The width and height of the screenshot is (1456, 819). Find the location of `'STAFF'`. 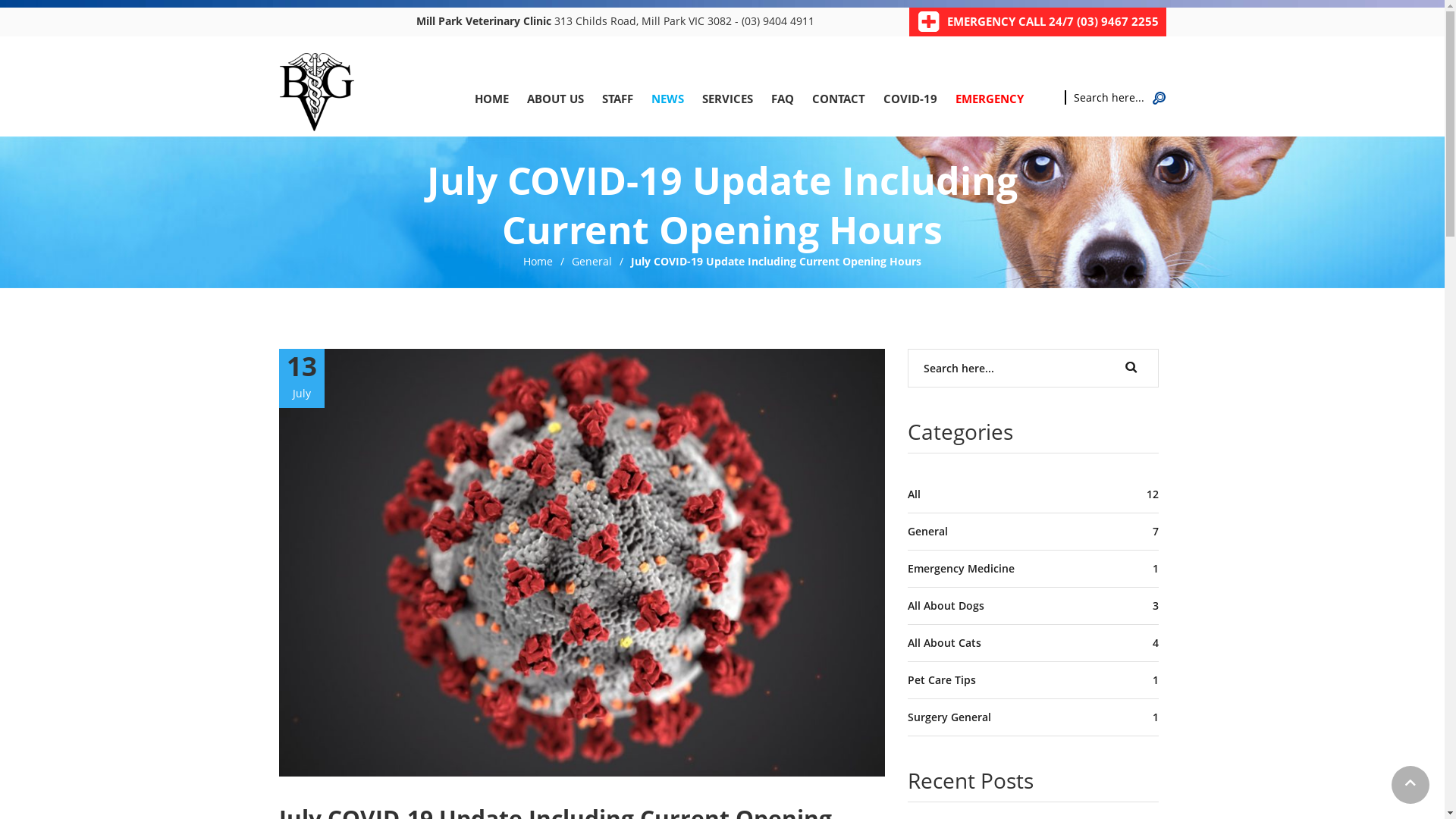

'STAFF' is located at coordinates (617, 99).